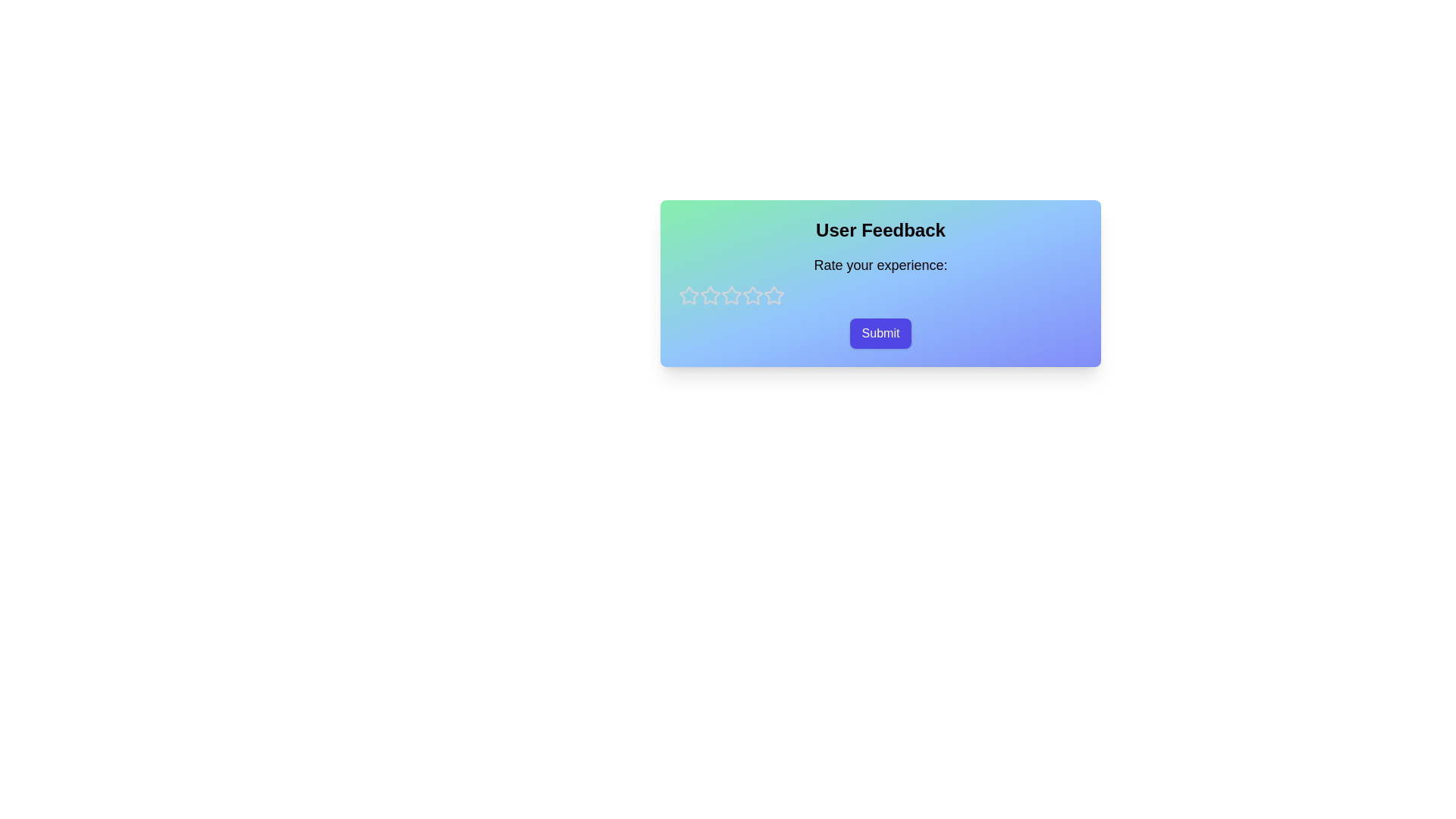  I want to click on across the second rating star icon, so click(709, 295).